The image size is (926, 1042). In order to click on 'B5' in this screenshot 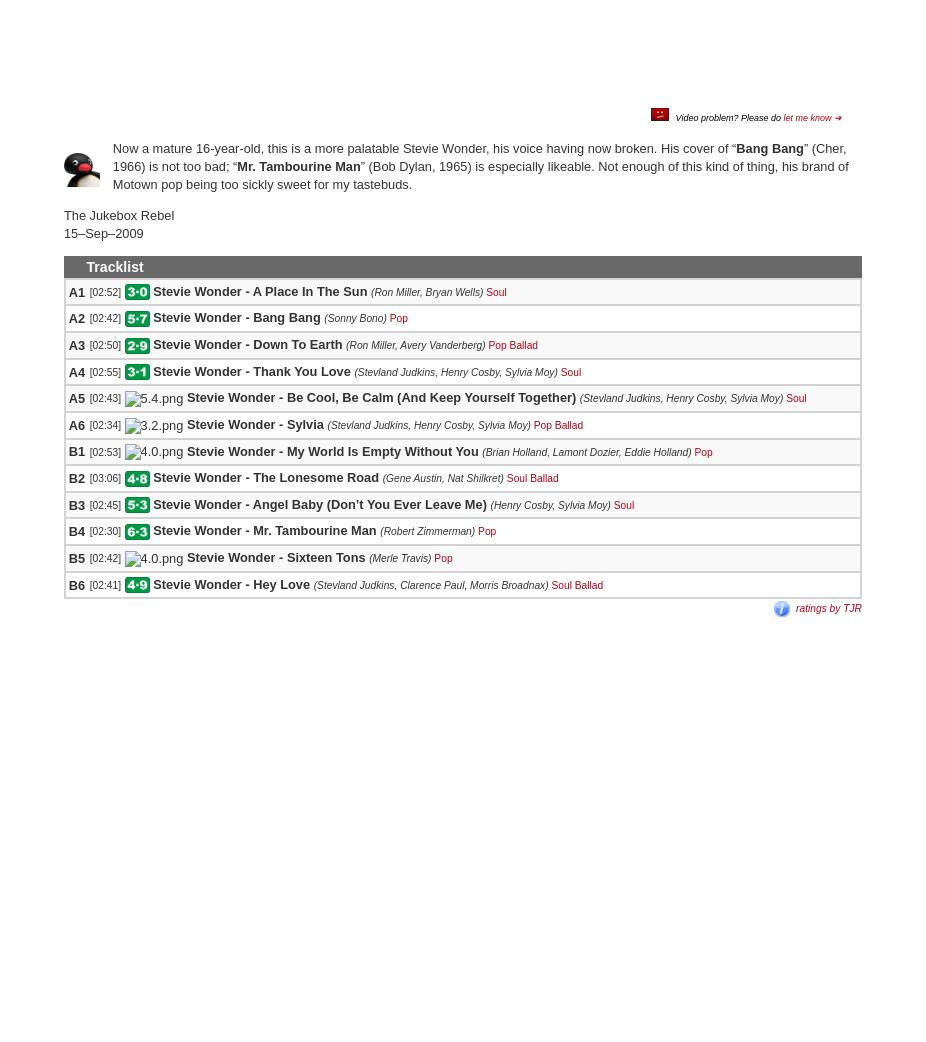, I will do `click(75, 556)`.